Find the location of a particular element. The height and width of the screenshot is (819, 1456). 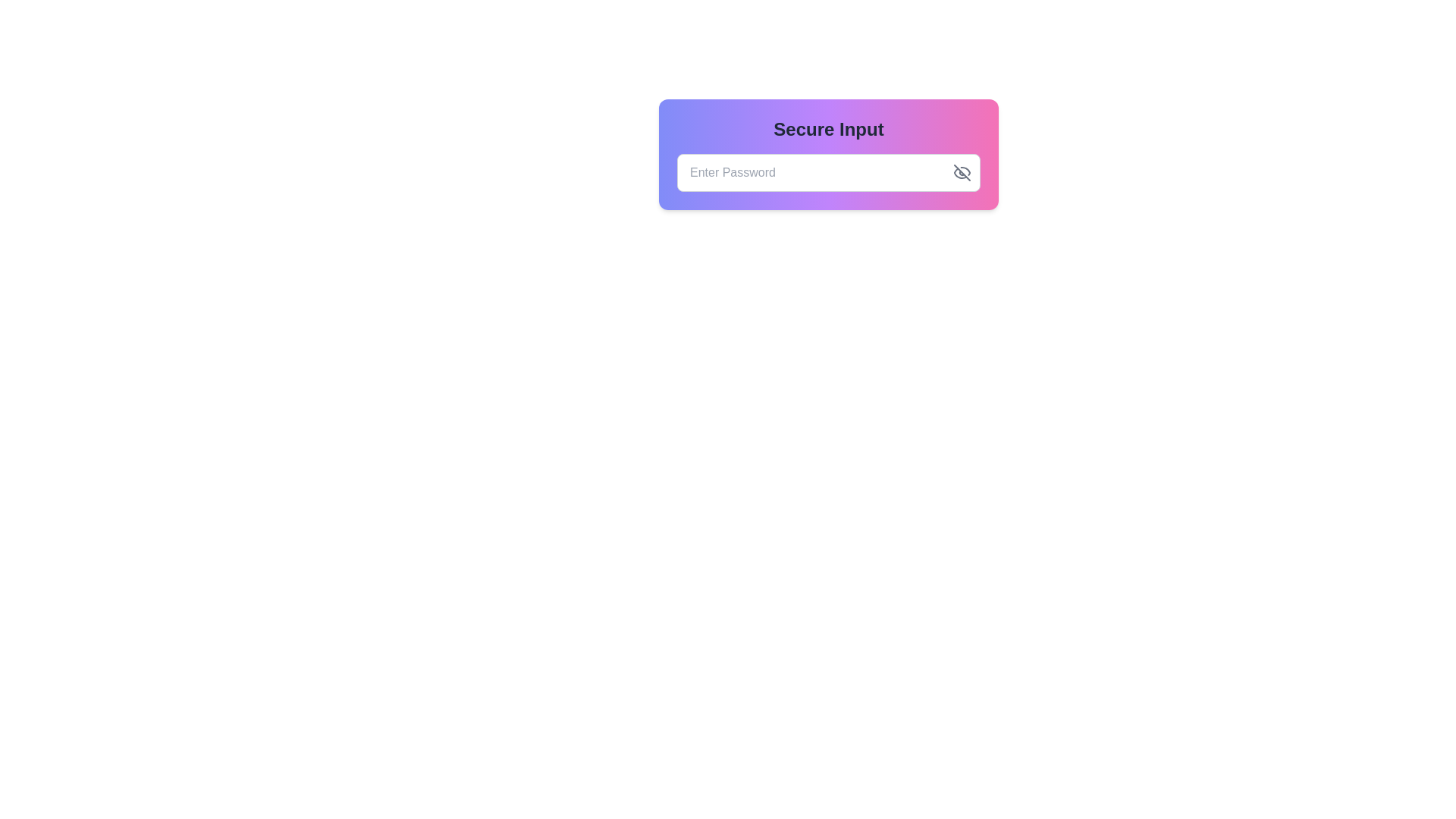

the button with a crossed-out eye icon is located at coordinates (961, 171).